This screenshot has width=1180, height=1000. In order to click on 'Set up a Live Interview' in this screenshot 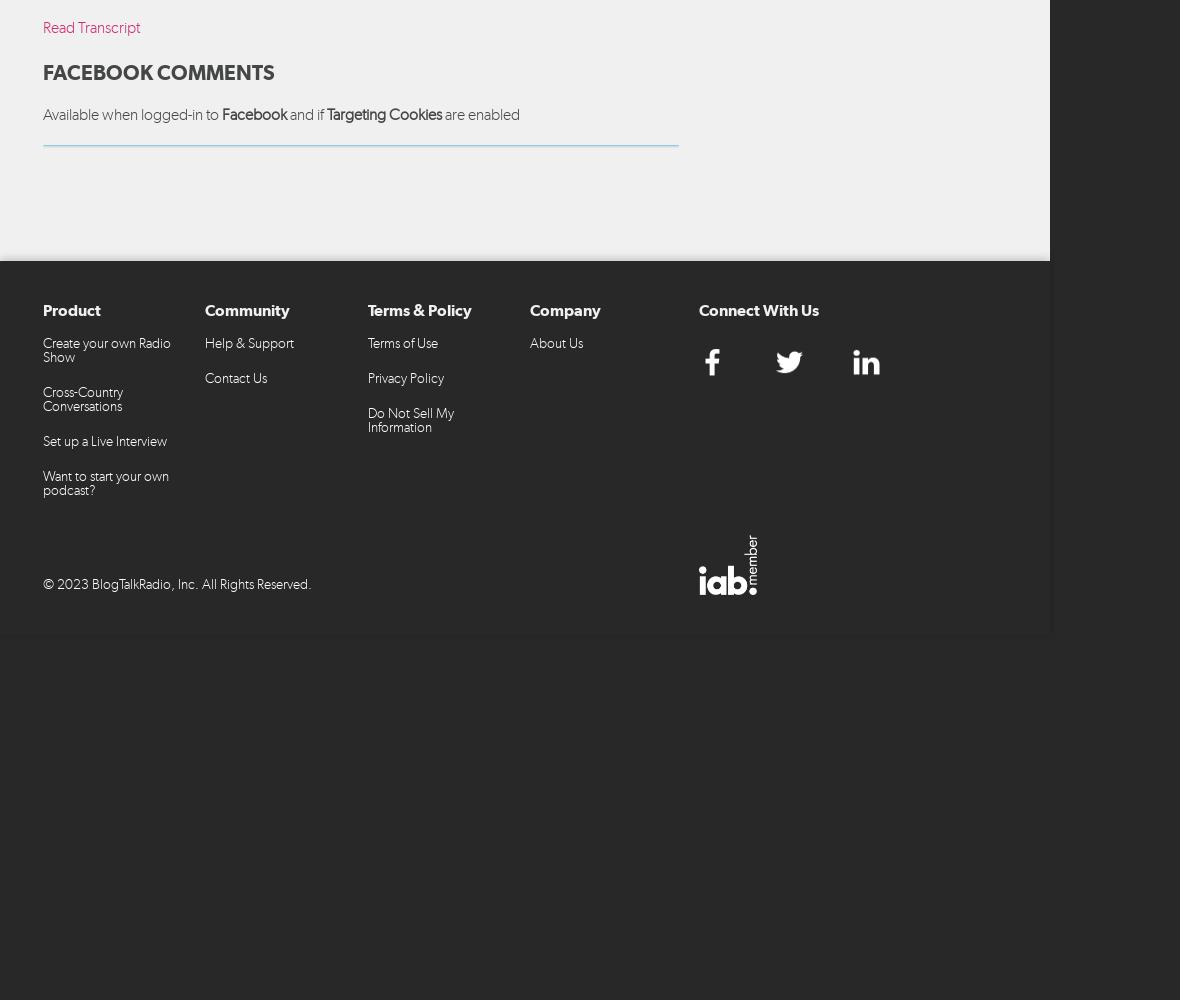, I will do `click(104, 439)`.